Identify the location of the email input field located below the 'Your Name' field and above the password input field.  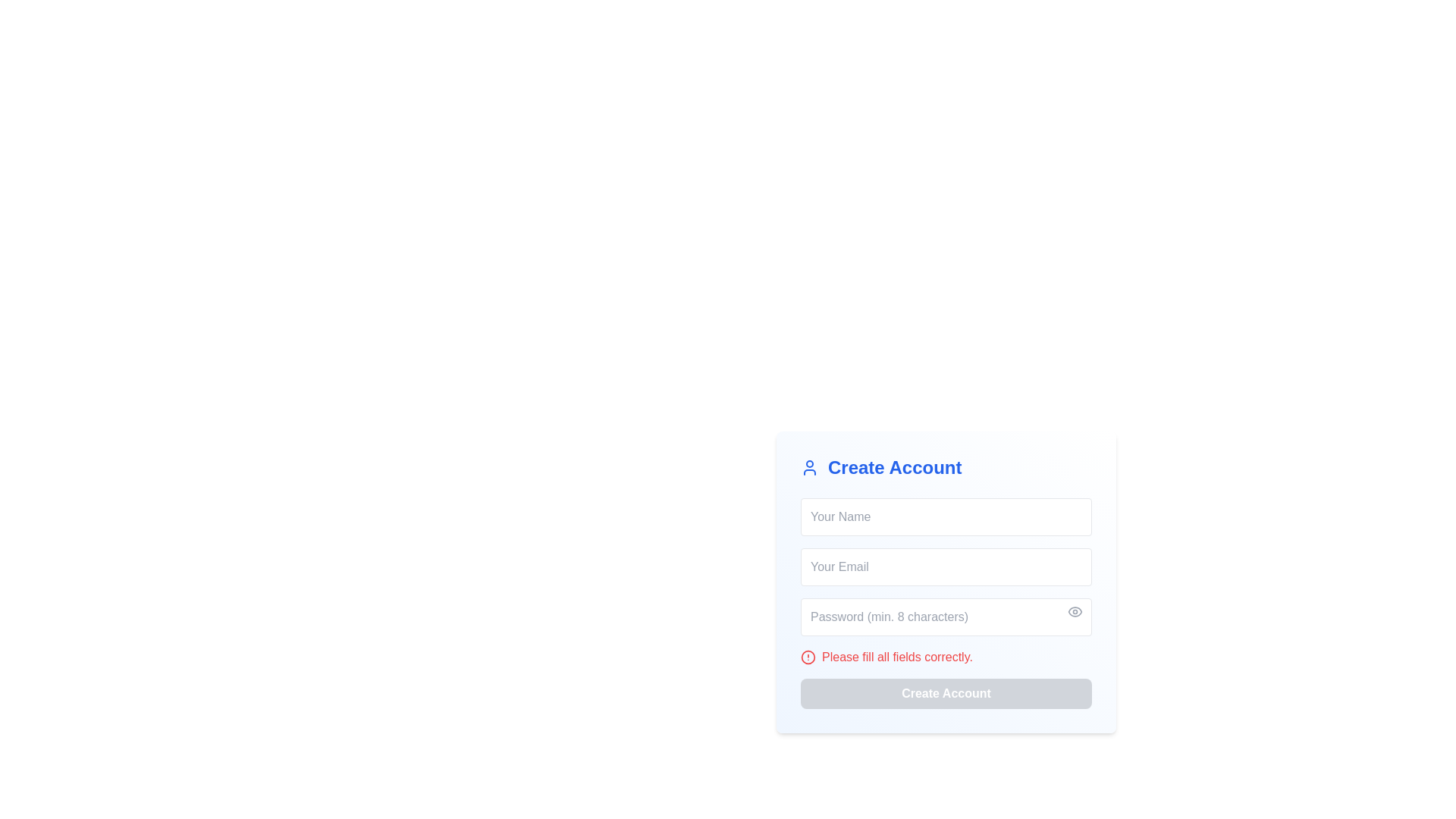
(946, 567).